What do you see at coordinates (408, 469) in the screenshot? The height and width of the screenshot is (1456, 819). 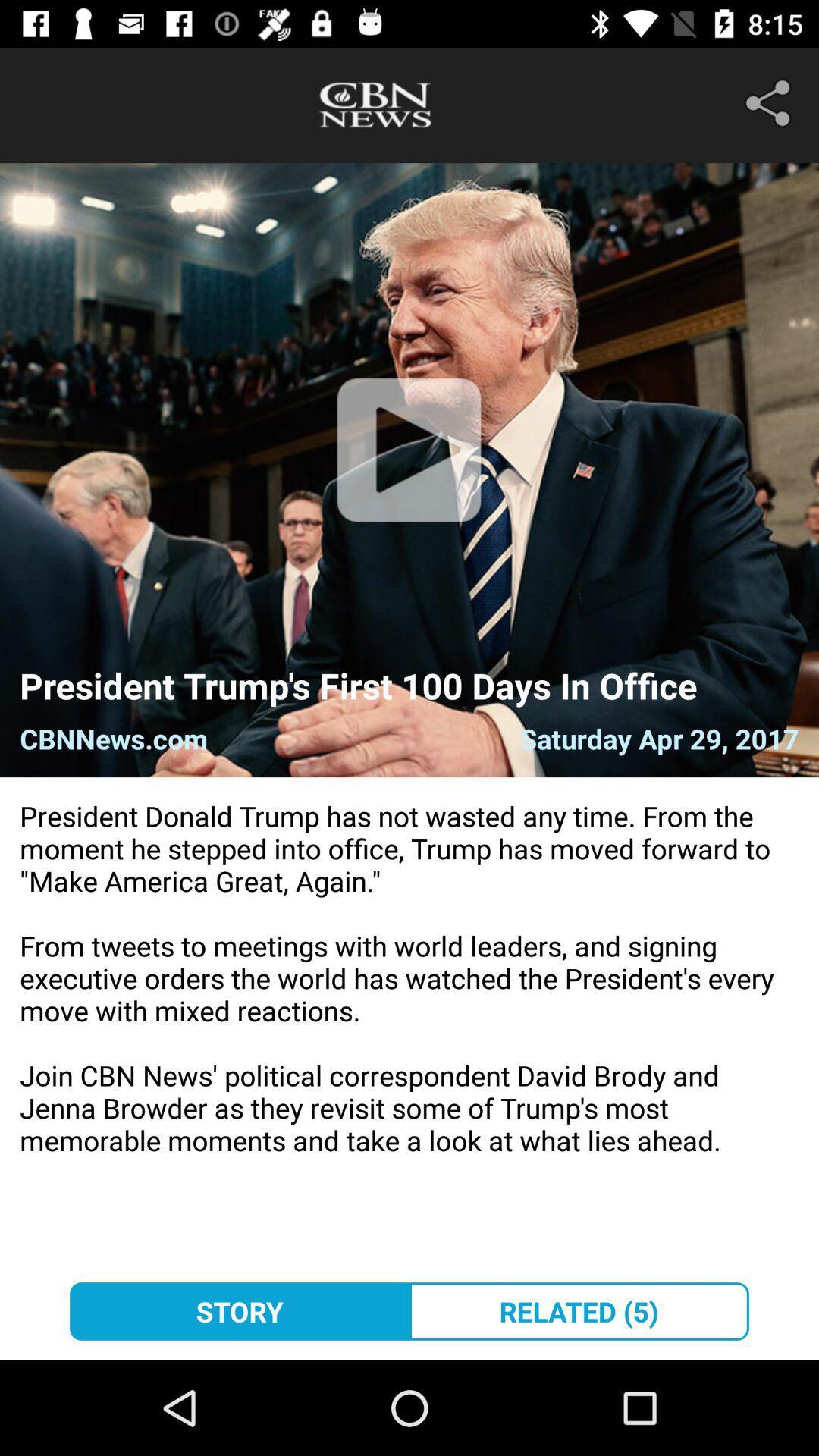 I see `the play icon` at bounding box center [408, 469].